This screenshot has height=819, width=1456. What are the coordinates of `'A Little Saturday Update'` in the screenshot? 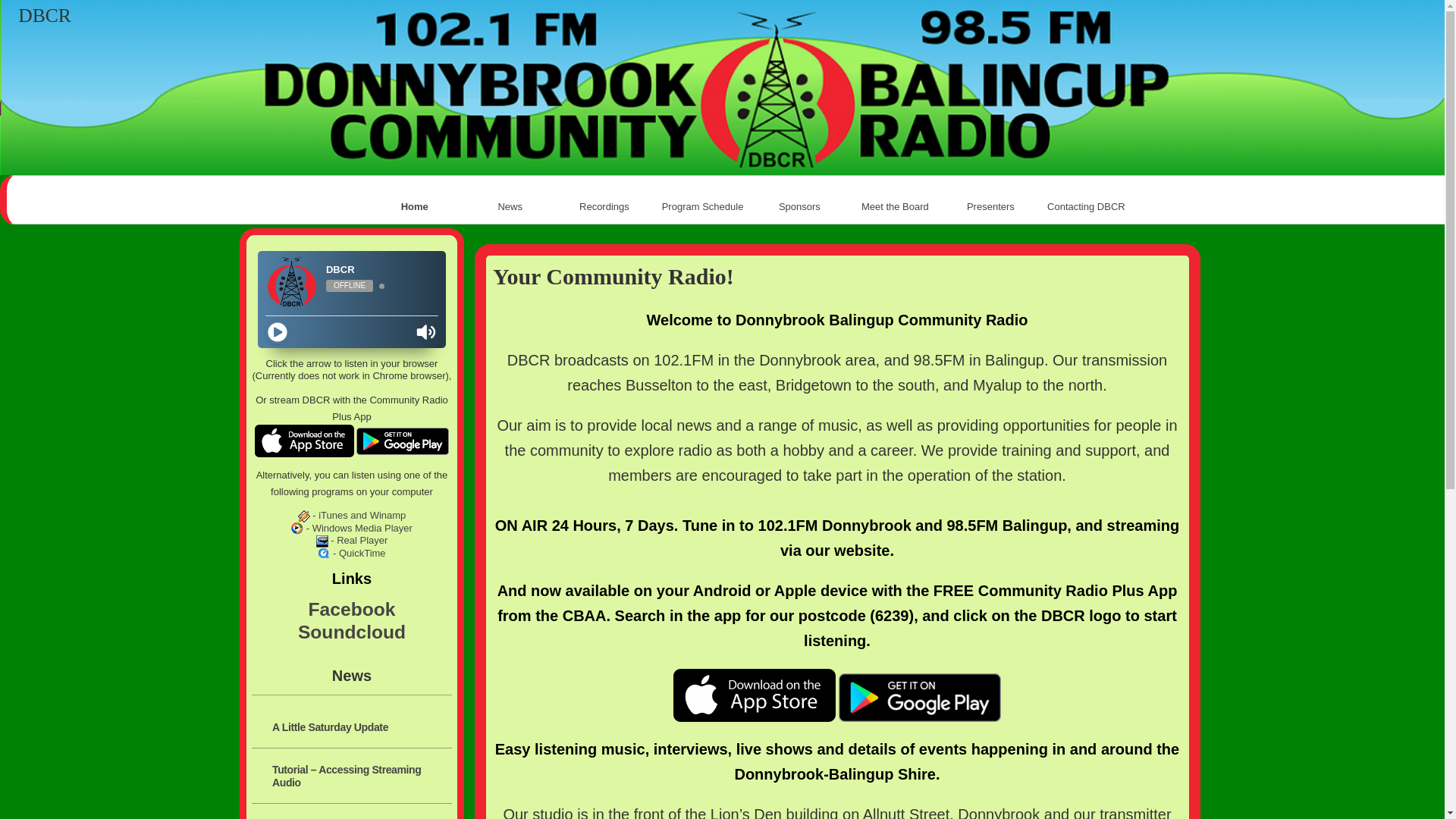 It's located at (359, 724).